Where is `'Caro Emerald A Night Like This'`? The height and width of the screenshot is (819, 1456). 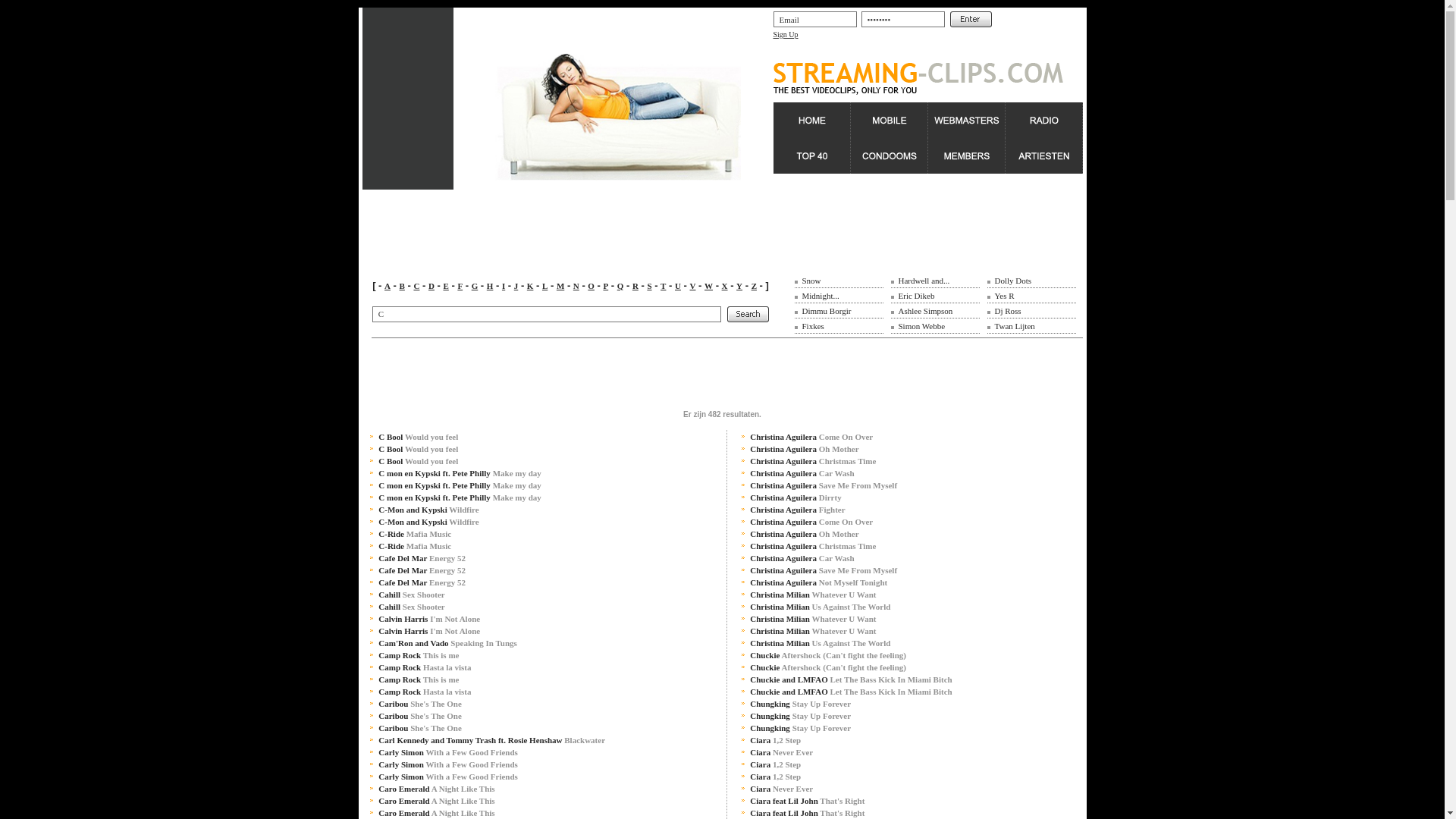 'Caro Emerald A Night Like This' is located at coordinates (435, 812).